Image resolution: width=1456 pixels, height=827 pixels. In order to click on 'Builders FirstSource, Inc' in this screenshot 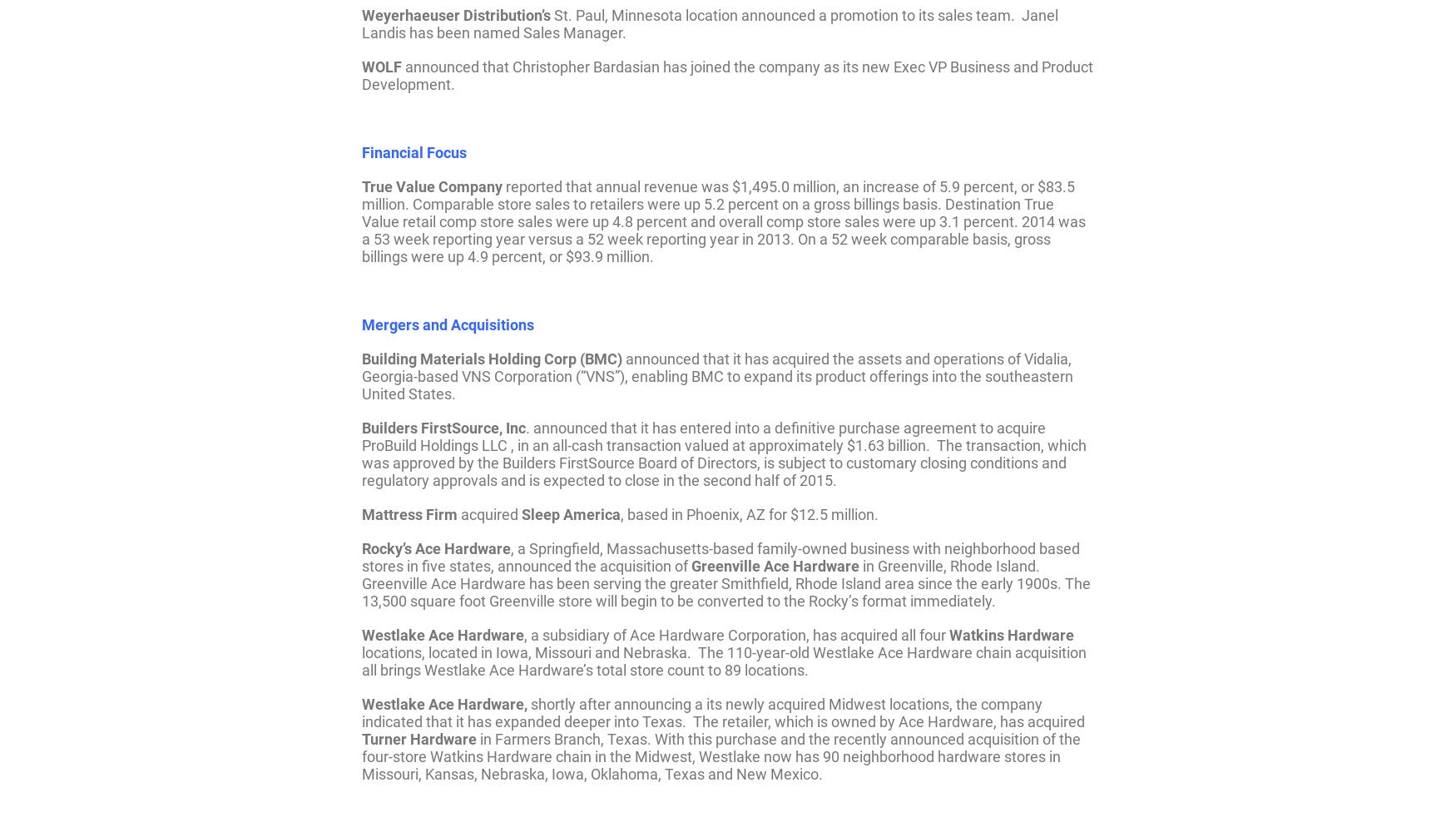, I will do `click(443, 427)`.